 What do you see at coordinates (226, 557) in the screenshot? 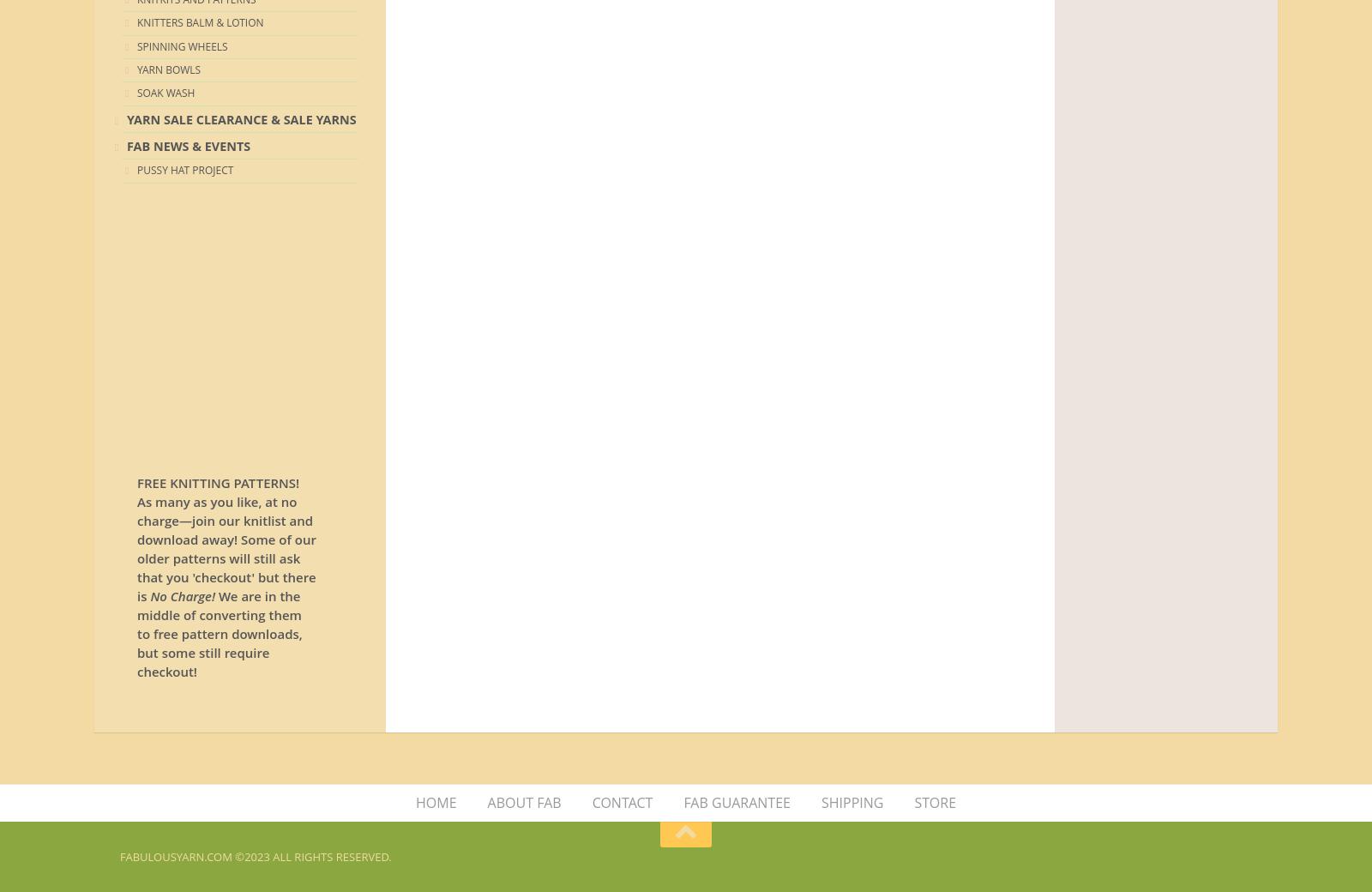
I see `'and download away! Some of our older patterns will still ask that you 'checkout' but there is'` at bounding box center [226, 557].